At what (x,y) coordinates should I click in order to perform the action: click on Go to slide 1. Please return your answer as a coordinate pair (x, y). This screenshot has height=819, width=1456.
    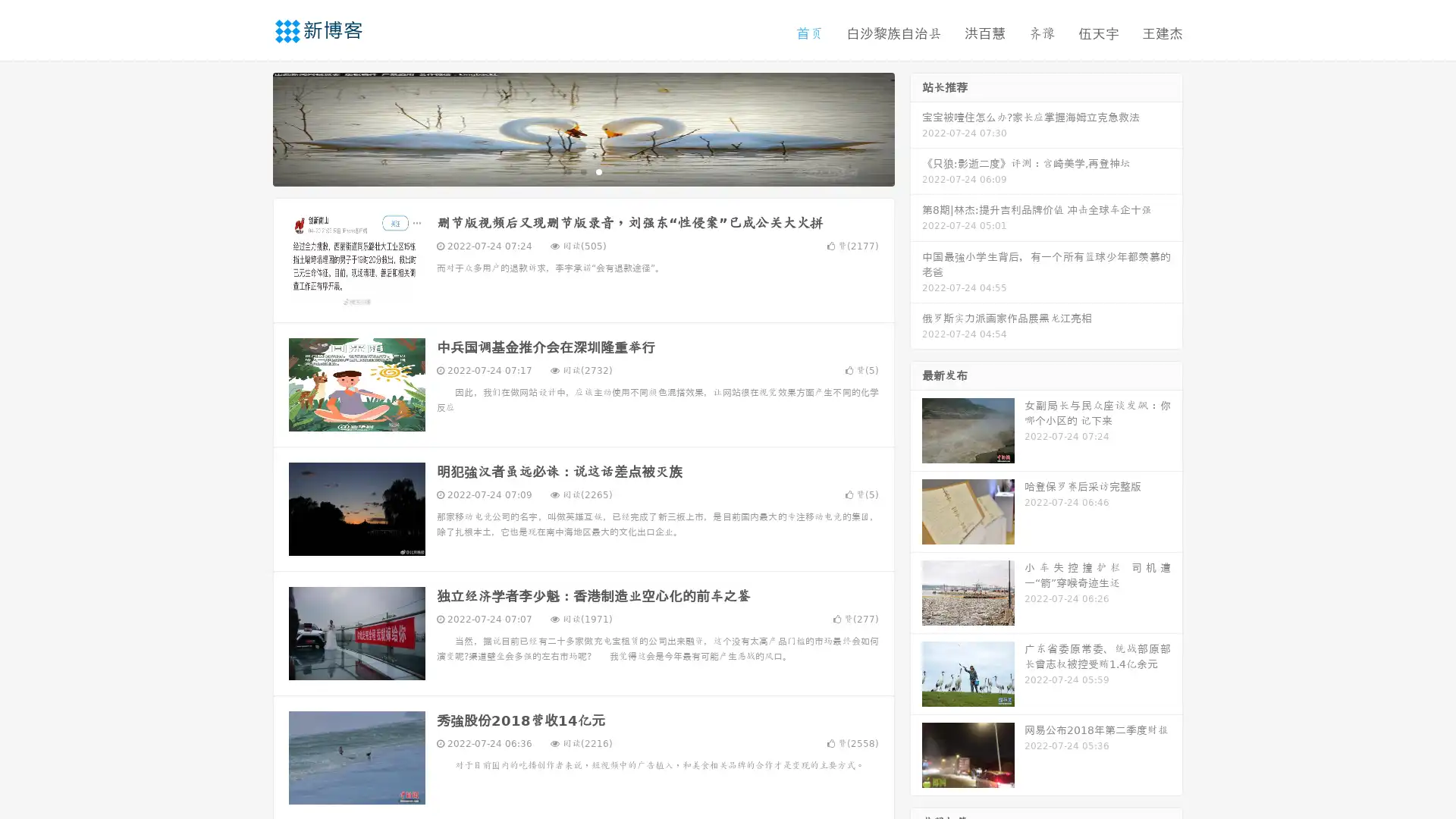
    Looking at the image, I should click on (567, 171).